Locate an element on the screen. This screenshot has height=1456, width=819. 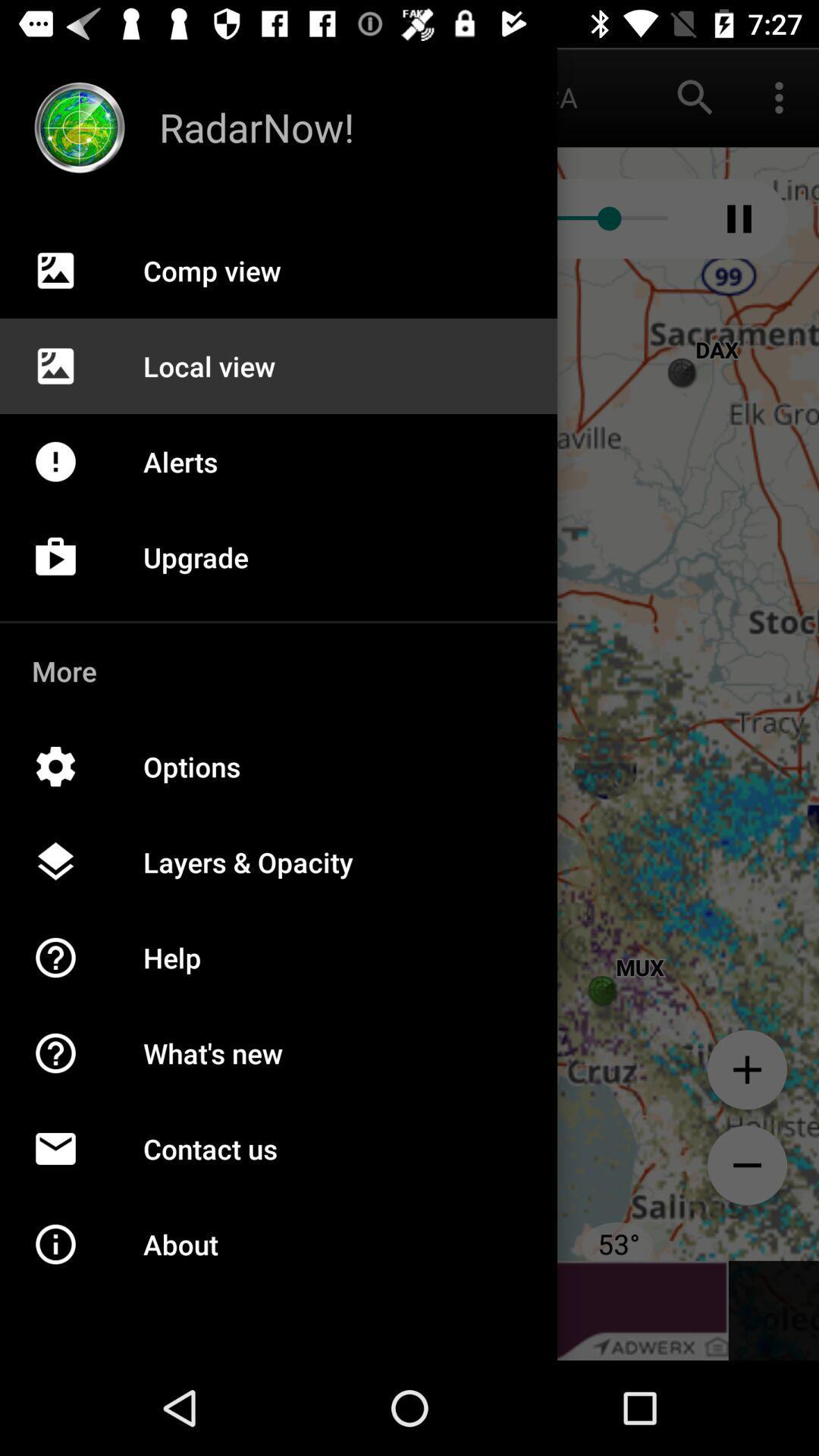
the search icon is located at coordinates (695, 96).